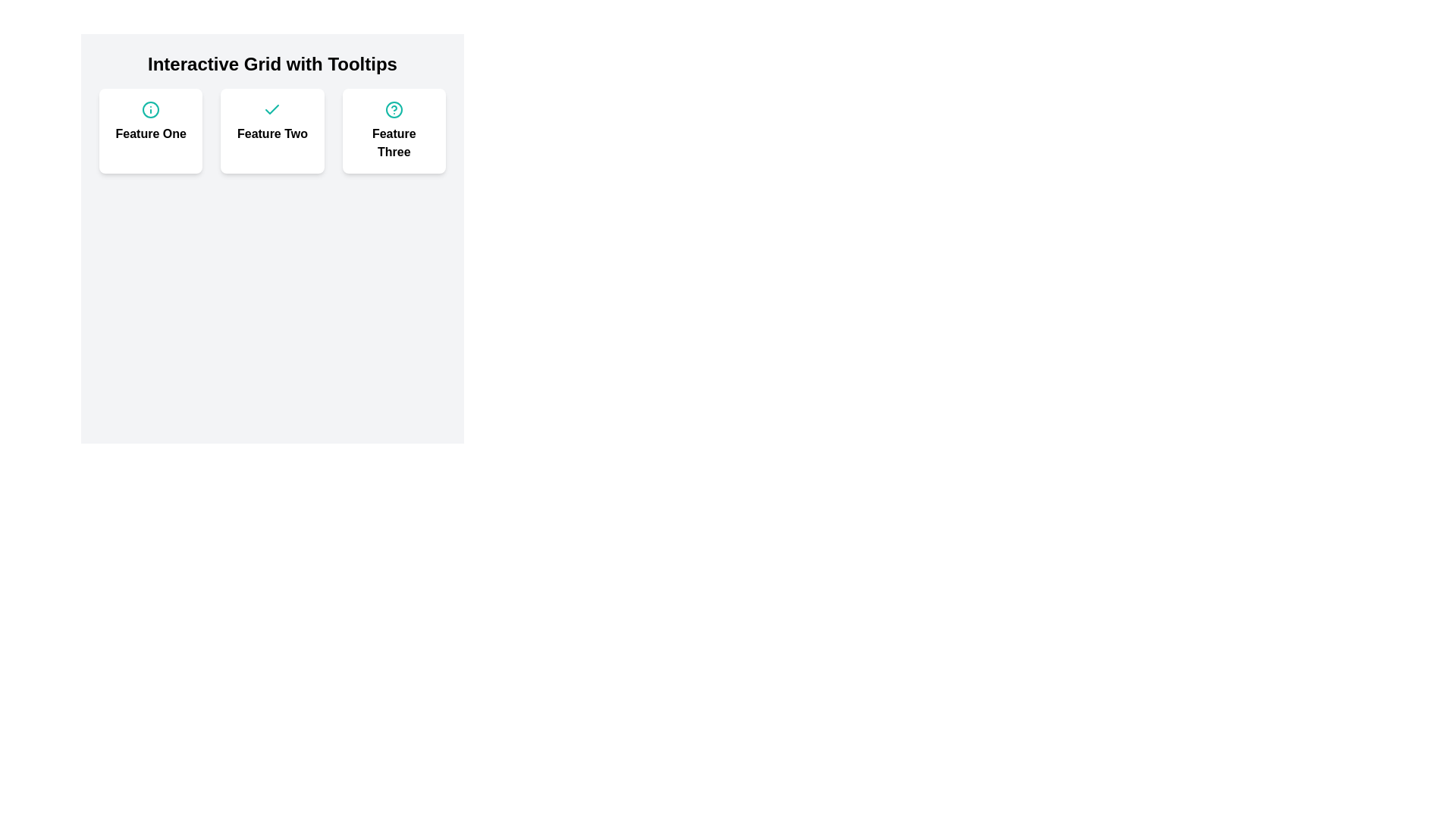  I want to click on the card component that features a bold label for 'Feature Two' and a teal checkmark icon, positioned centrally in the grid layout between 'Feature One' and 'Feature Three', so click(272, 130).